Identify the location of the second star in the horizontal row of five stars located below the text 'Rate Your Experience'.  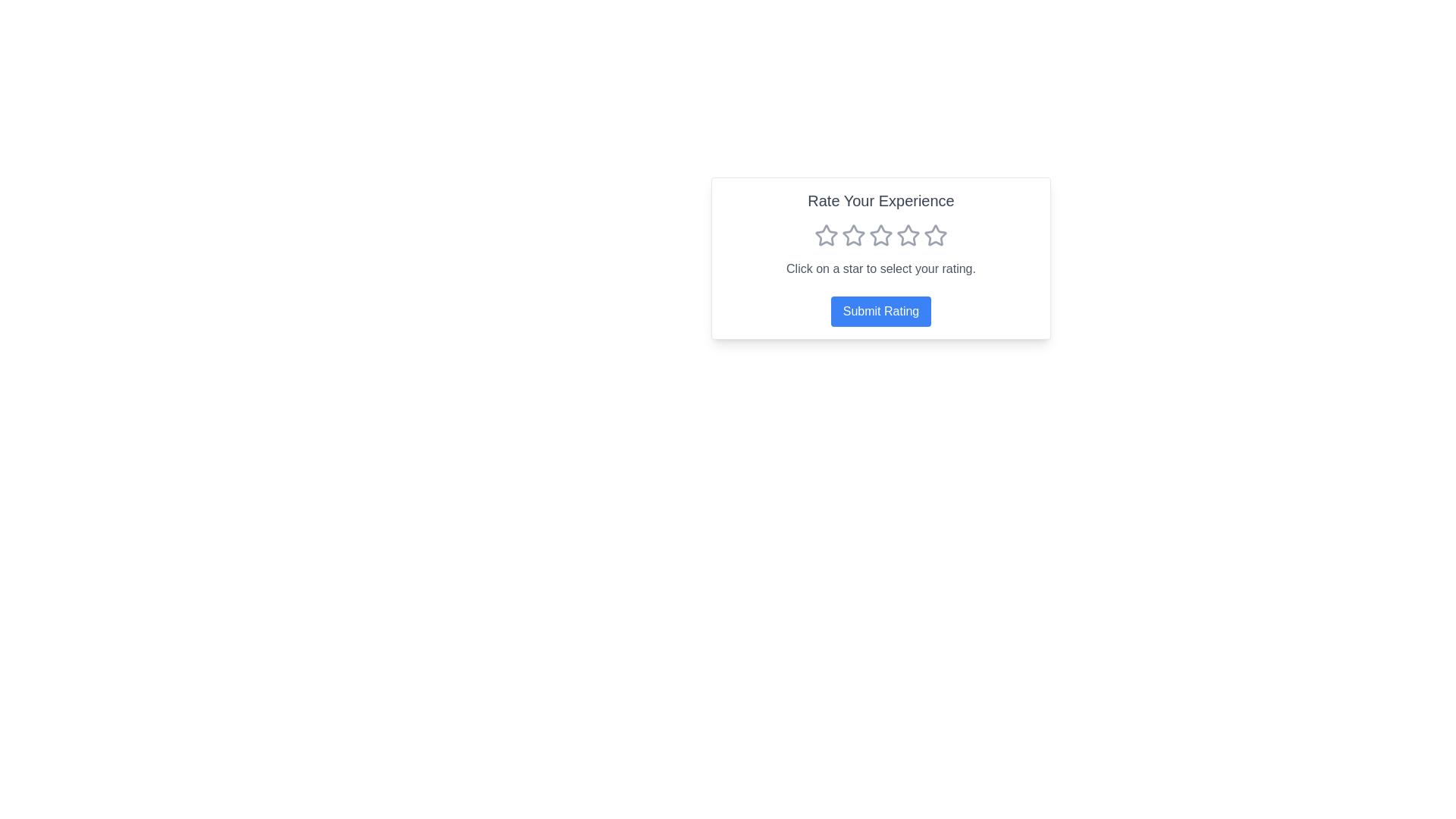
(854, 235).